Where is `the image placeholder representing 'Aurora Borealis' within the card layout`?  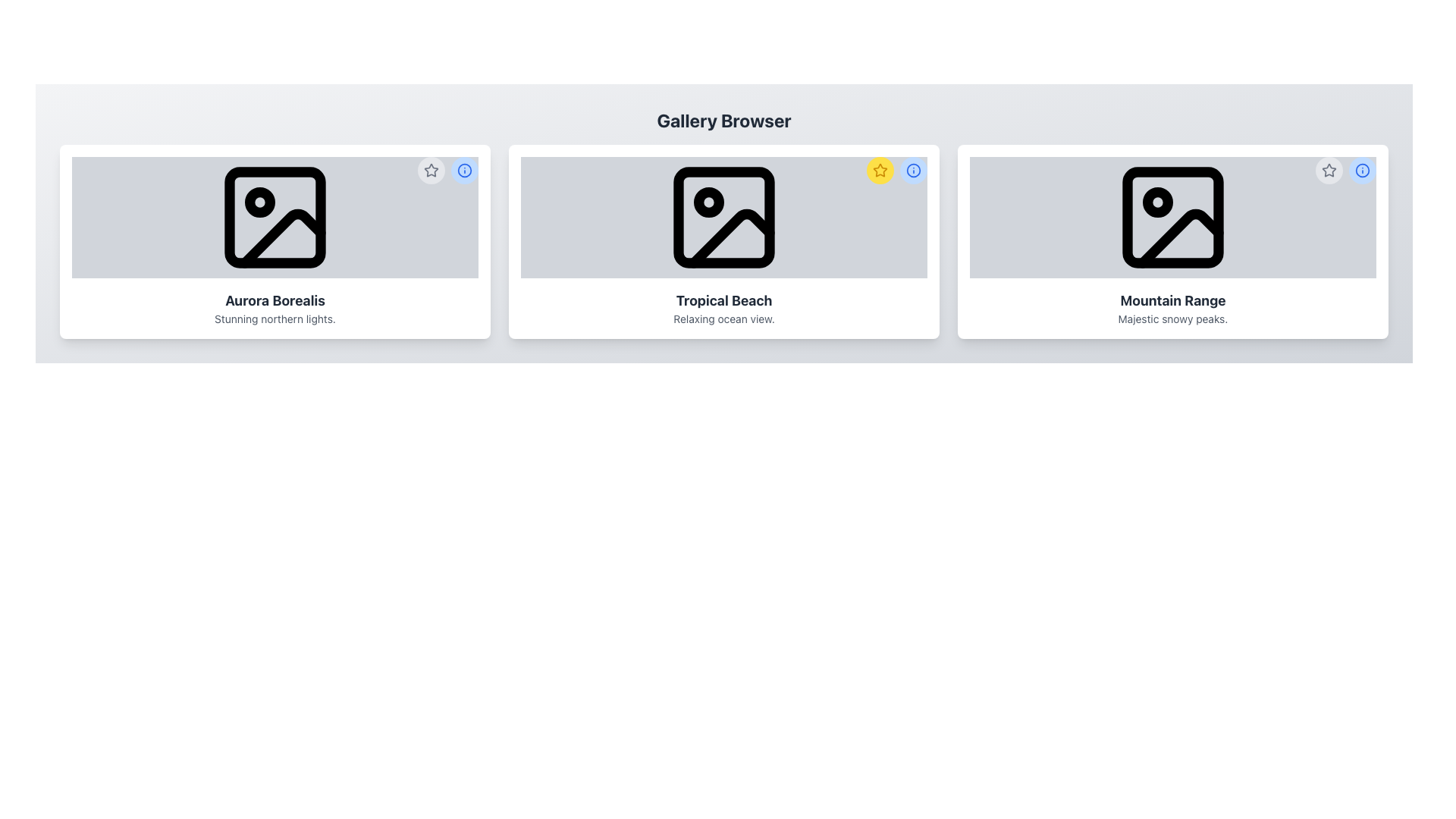 the image placeholder representing 'Aurora Borealis' within the card layout is located at coordinates (275, 217).